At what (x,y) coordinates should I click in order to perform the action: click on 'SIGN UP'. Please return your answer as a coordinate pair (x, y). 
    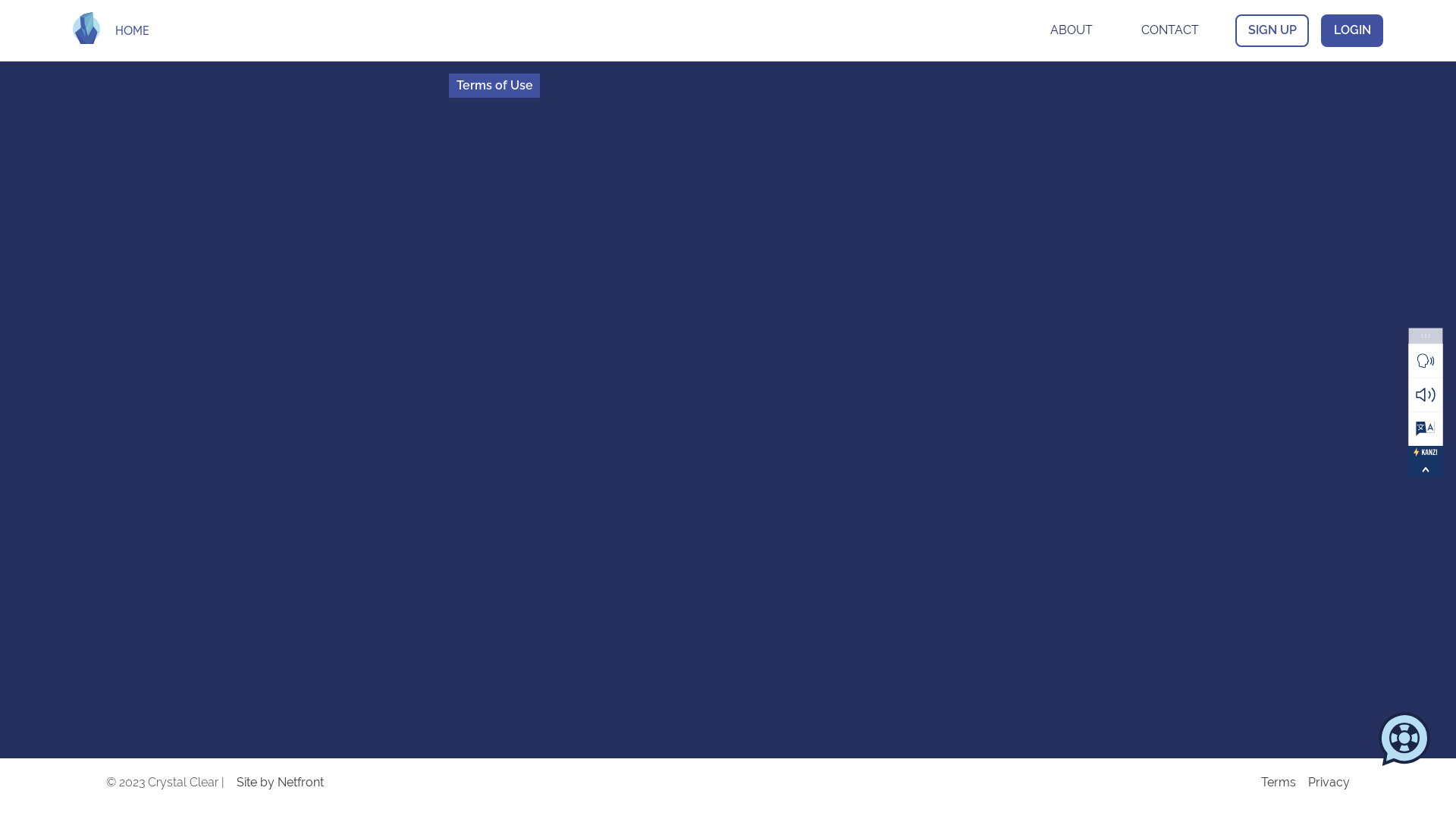
    Looking at the image, I should click on (1272, 30).